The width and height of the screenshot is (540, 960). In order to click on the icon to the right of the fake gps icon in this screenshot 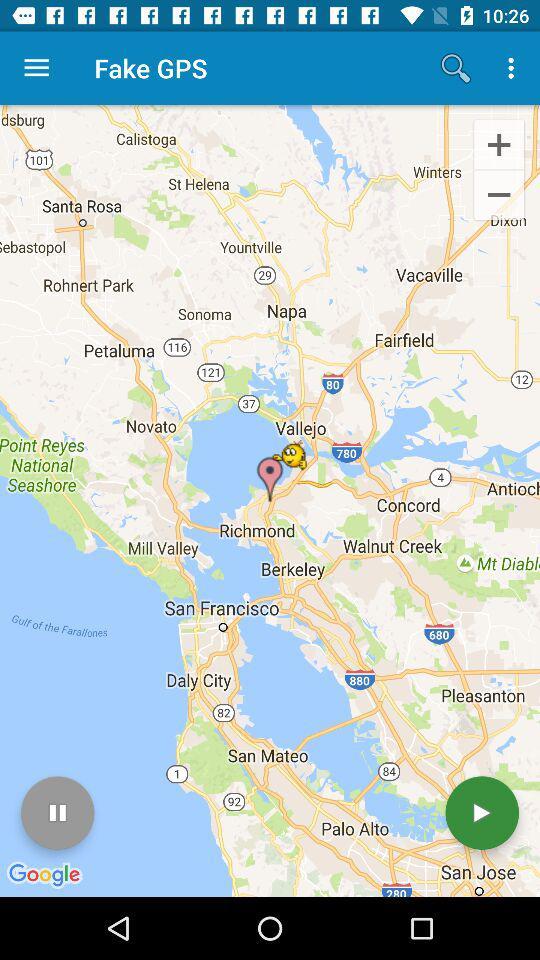, I will do `click(455, 68)`.